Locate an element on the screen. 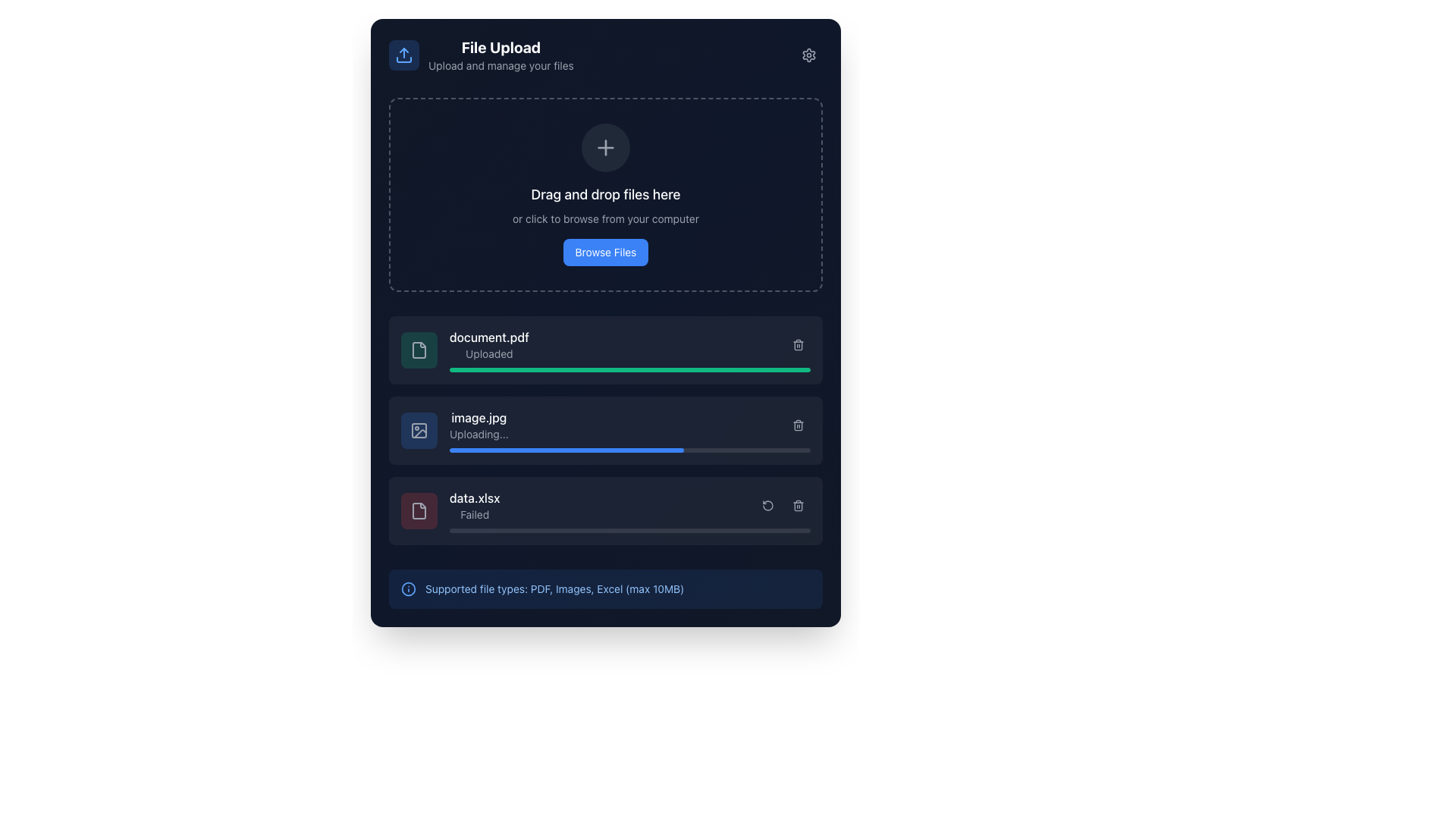  the icon representing the file type or status for 'image.jpg', located in the top-left corner of its row, closely aligned with the text 'image.jpg' is located at coordinates (419, 430).